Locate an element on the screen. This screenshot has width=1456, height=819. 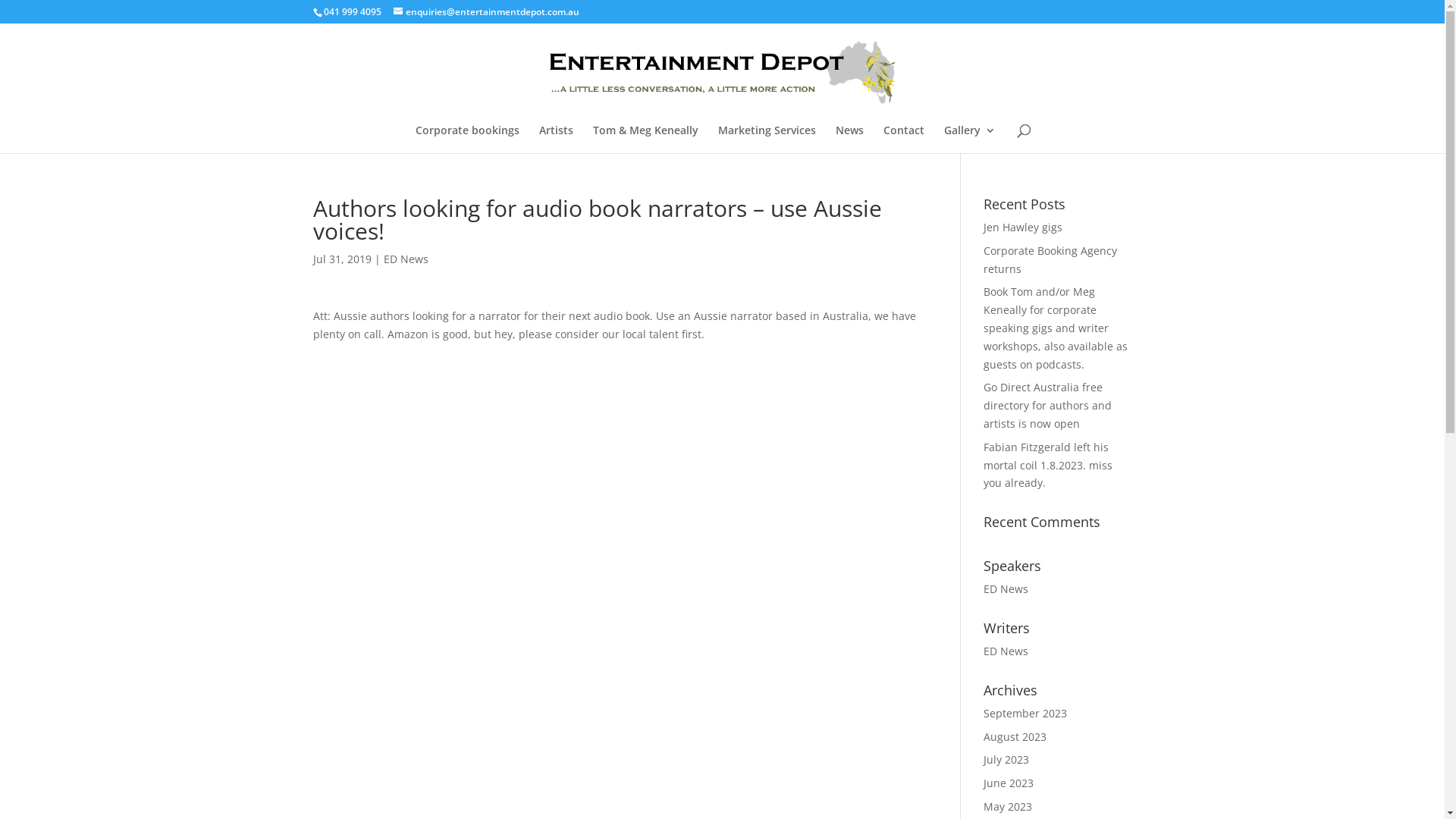
'May 2023' is located at coordinates (1008, 805).